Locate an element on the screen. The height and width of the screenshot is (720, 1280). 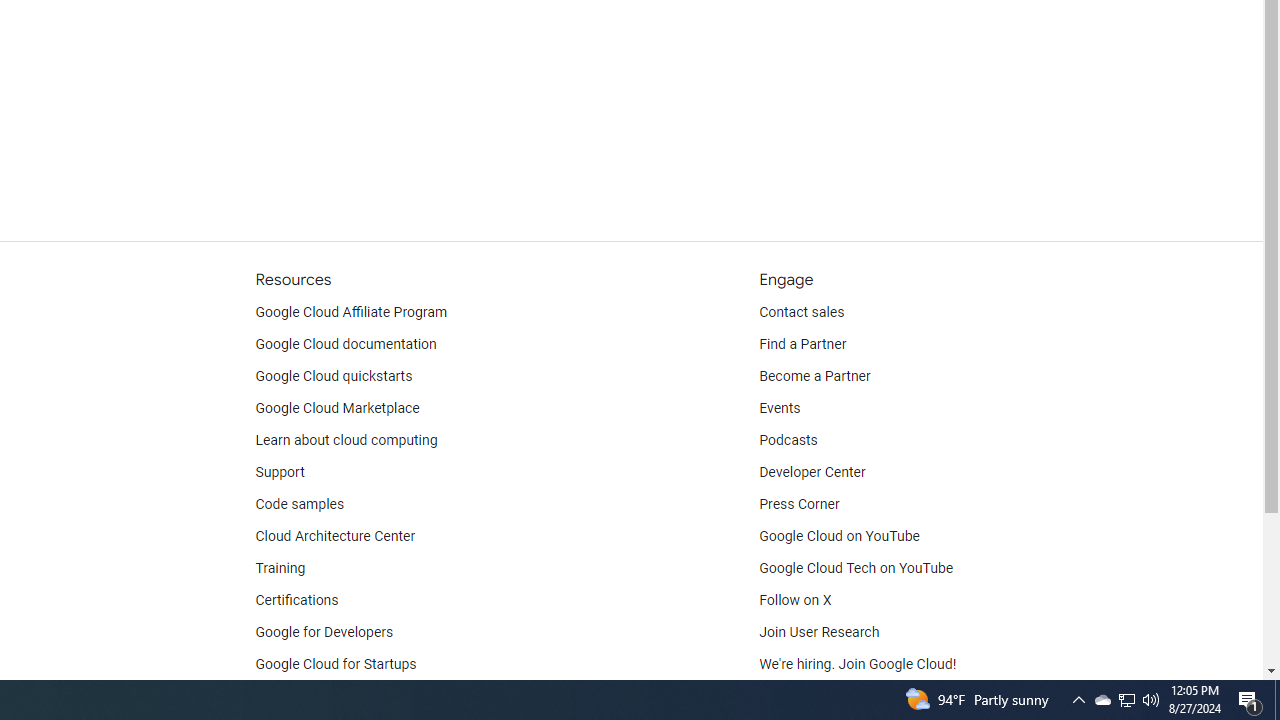
'Google Cloud Affiliate Program' is located at coordinates (351, 312).